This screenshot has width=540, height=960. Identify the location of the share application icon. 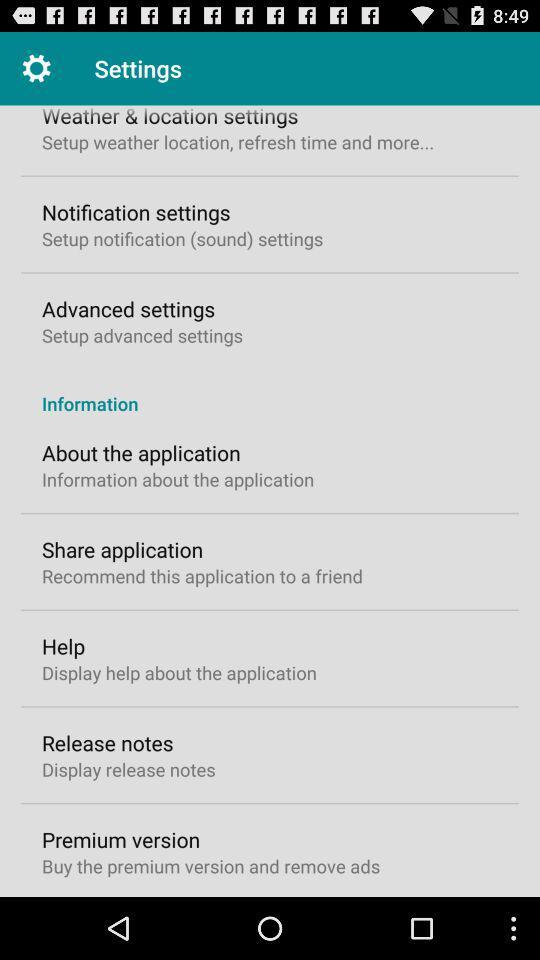
(122, 549).